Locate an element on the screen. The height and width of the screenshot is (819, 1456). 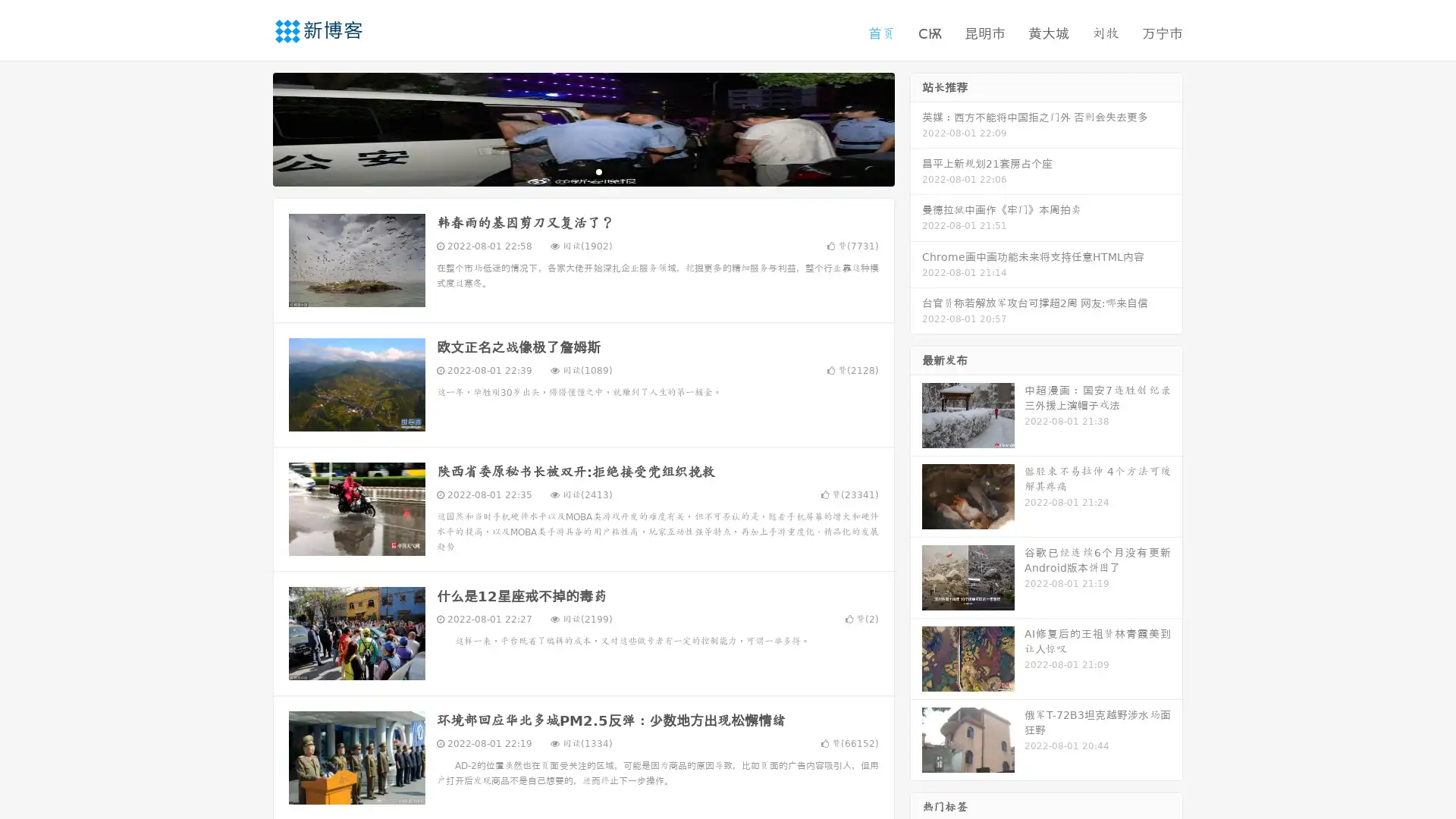
Go to slide 2 is located at coordinates (582, 171).